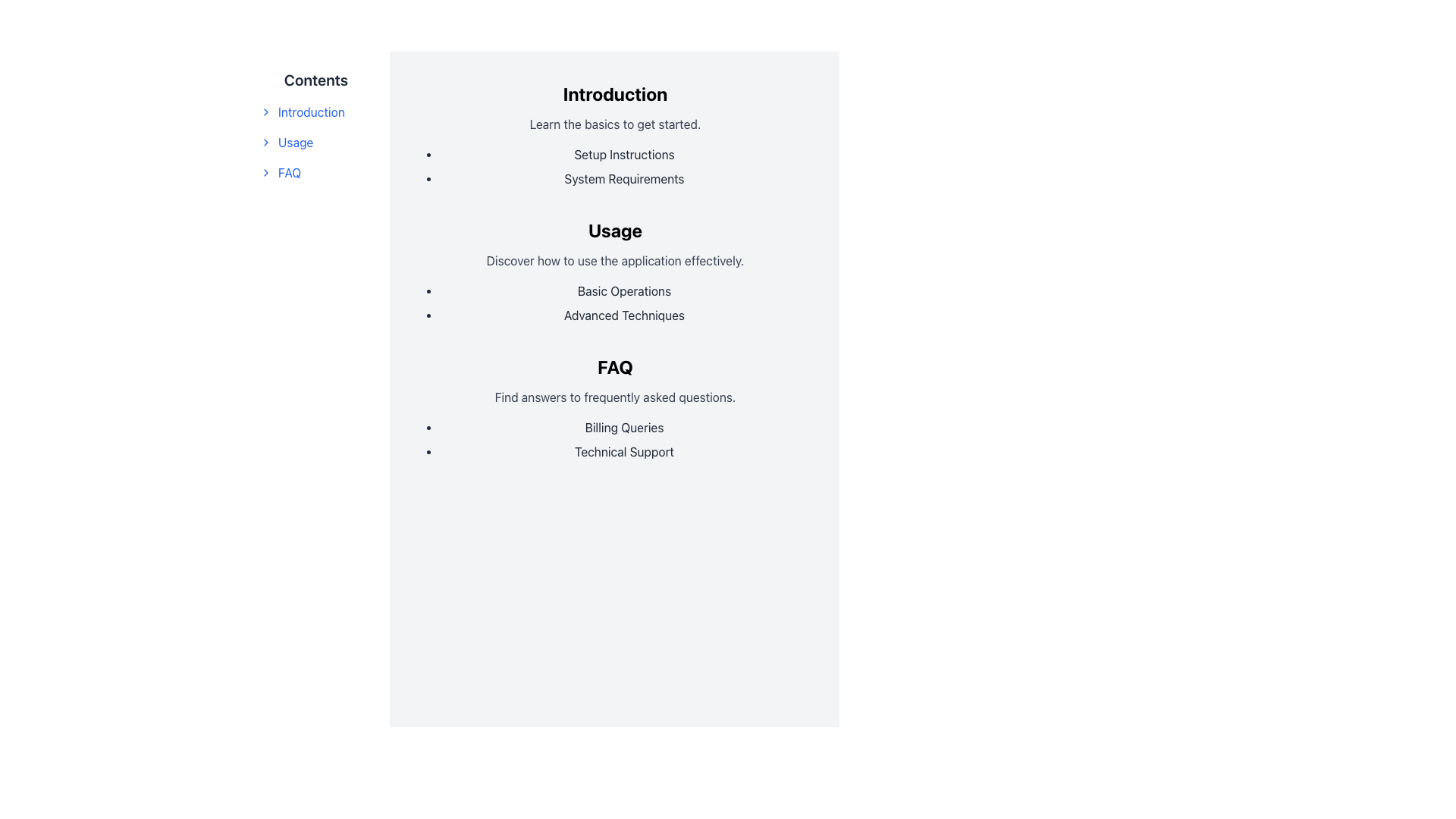 Image resolution: width=1456 pixels, height=819 pixels. I want to click on the small right chevron icon located to the immediate left of the 'Usage' text link in the navigation sidebar, so click(265, 143).